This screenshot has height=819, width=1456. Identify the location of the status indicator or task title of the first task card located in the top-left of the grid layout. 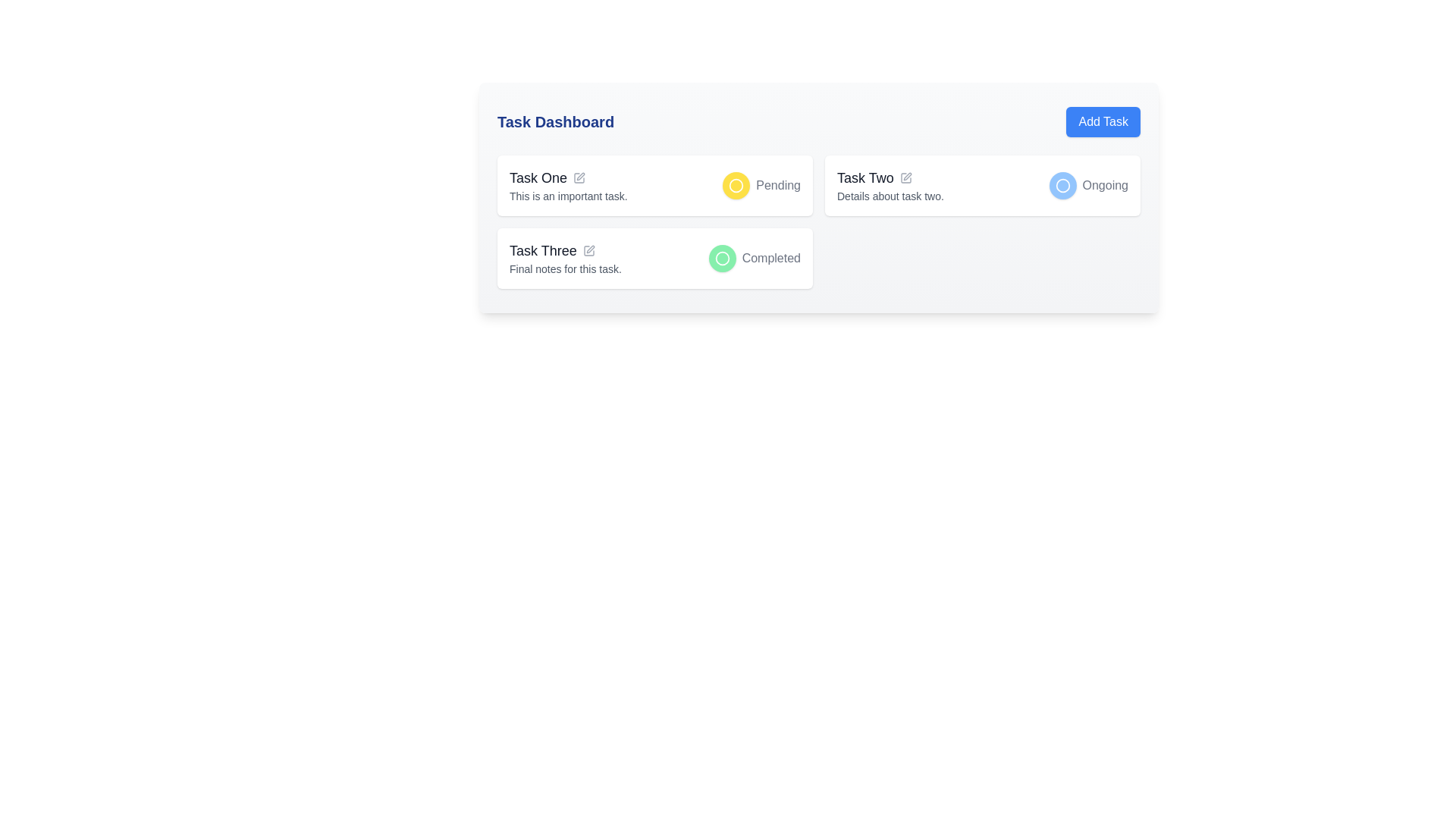
(655, 185).